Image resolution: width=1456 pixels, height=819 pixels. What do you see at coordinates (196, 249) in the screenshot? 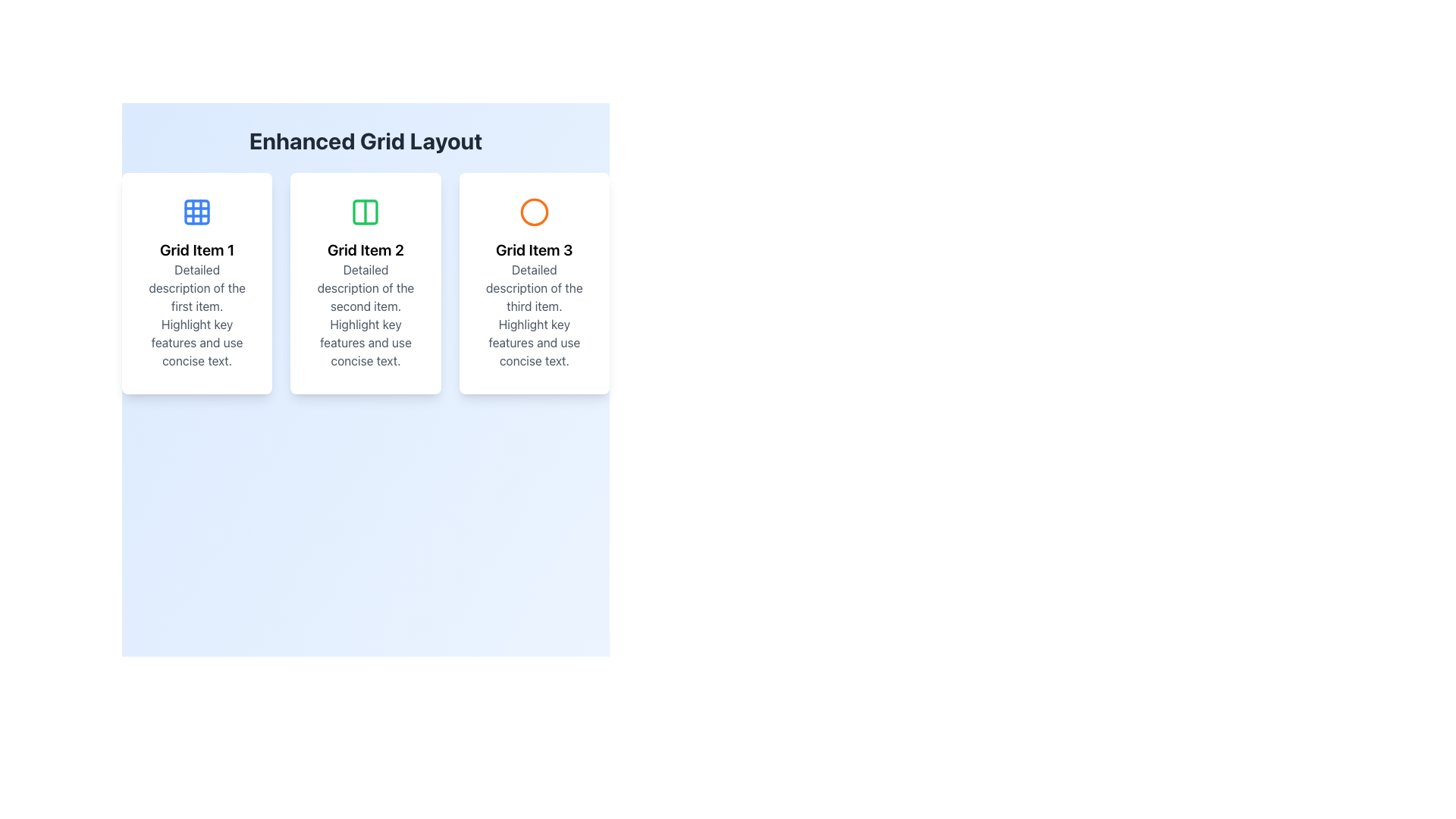
I see `the header text element that serves as the title for the first card in the grid layout, positioned below an icon and above descriptive text` at bounding box center [196, 249].